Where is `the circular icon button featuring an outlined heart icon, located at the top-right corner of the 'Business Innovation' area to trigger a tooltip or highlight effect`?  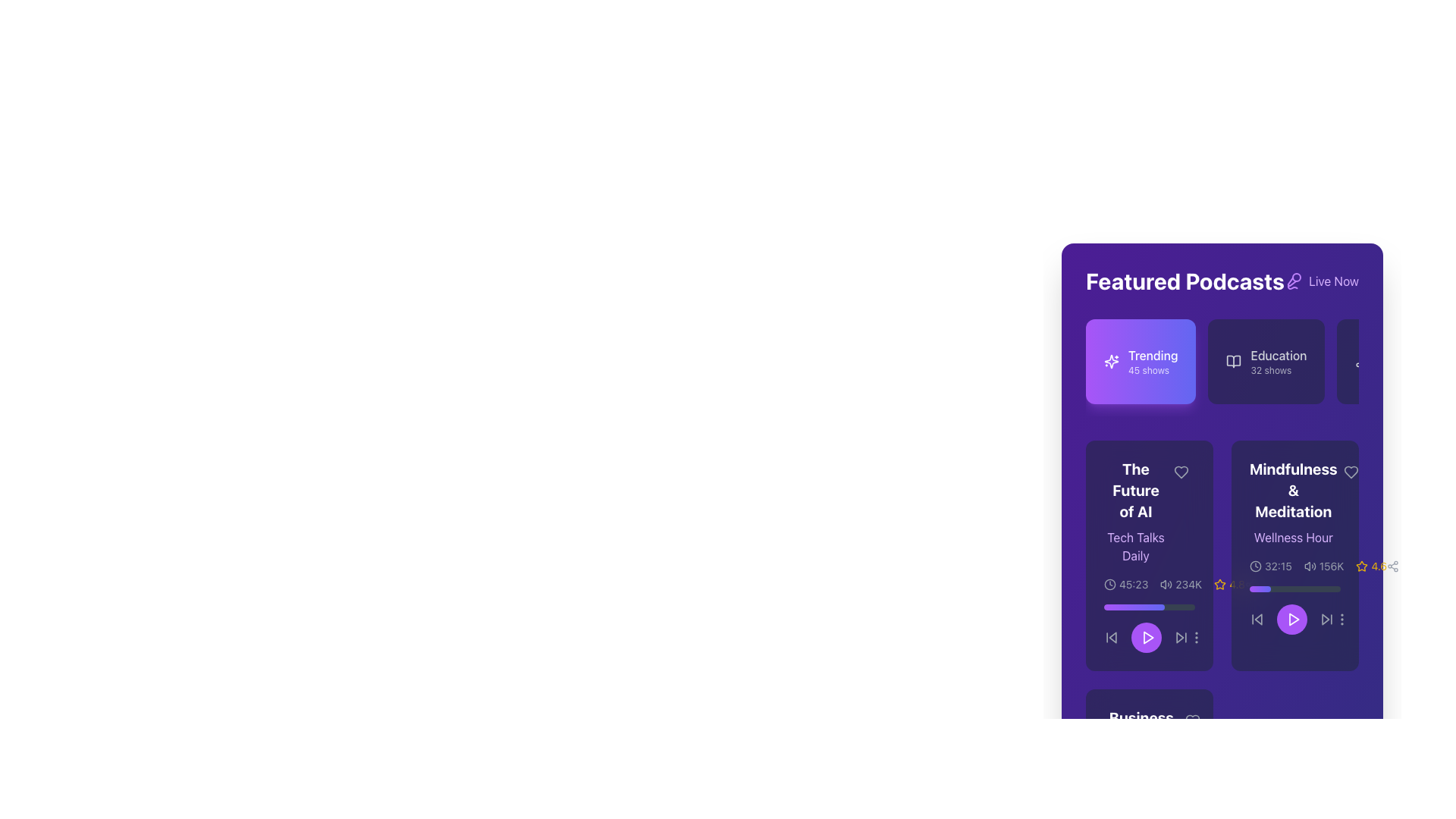 the circular icon button featuring an outlined heart icon, located at the top-right corner of the 'Business Innovation' area to trigger a tooltip or highlight effect is located at coordinates (1191, 720).